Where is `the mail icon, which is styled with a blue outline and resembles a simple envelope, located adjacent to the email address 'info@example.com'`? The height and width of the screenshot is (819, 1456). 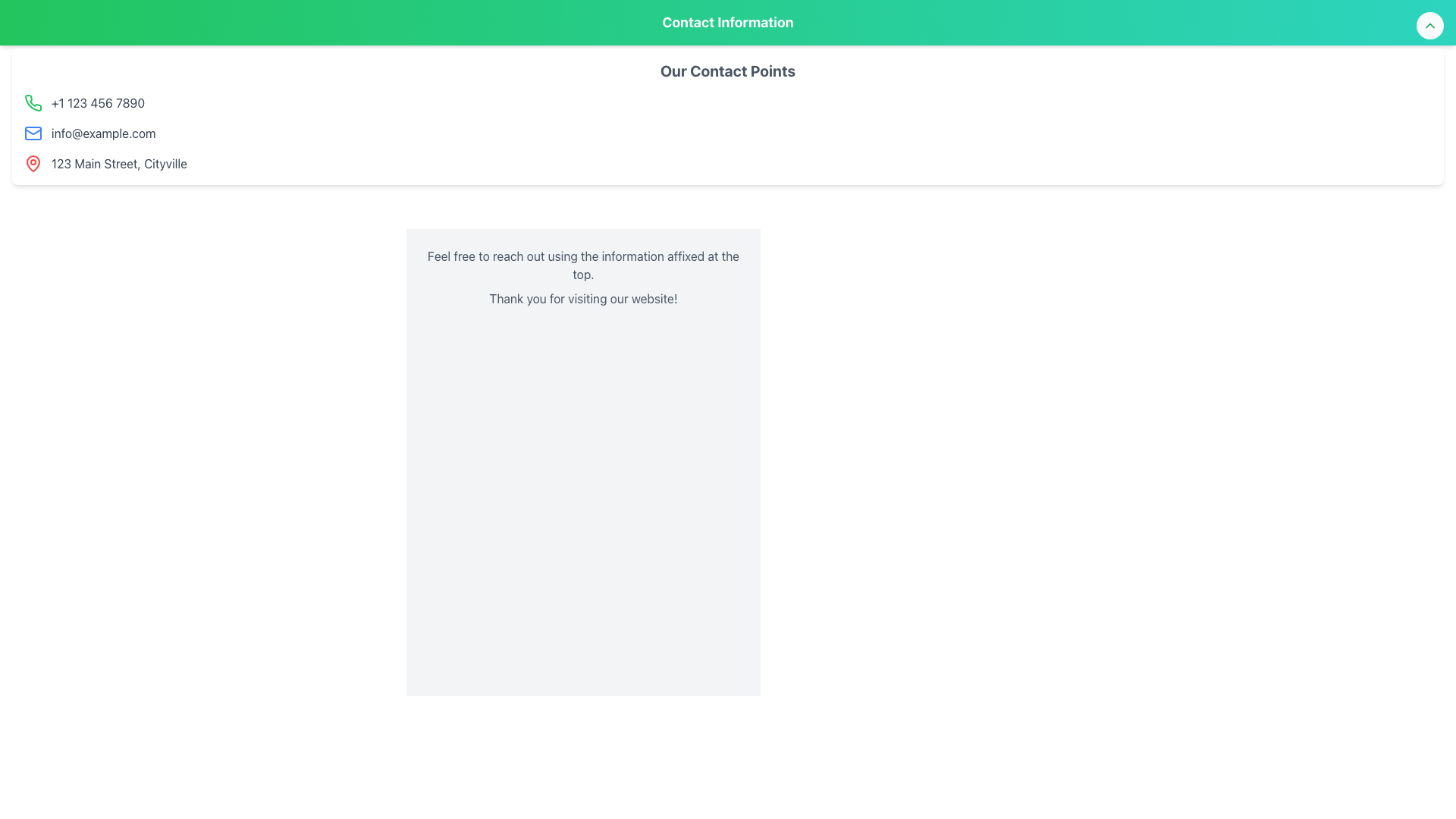
the mail icon, which is styled with a blue outline and resembles a simple envelope, located adjacent to the email address 'info@example.com' is located at coordinates (33, 133).